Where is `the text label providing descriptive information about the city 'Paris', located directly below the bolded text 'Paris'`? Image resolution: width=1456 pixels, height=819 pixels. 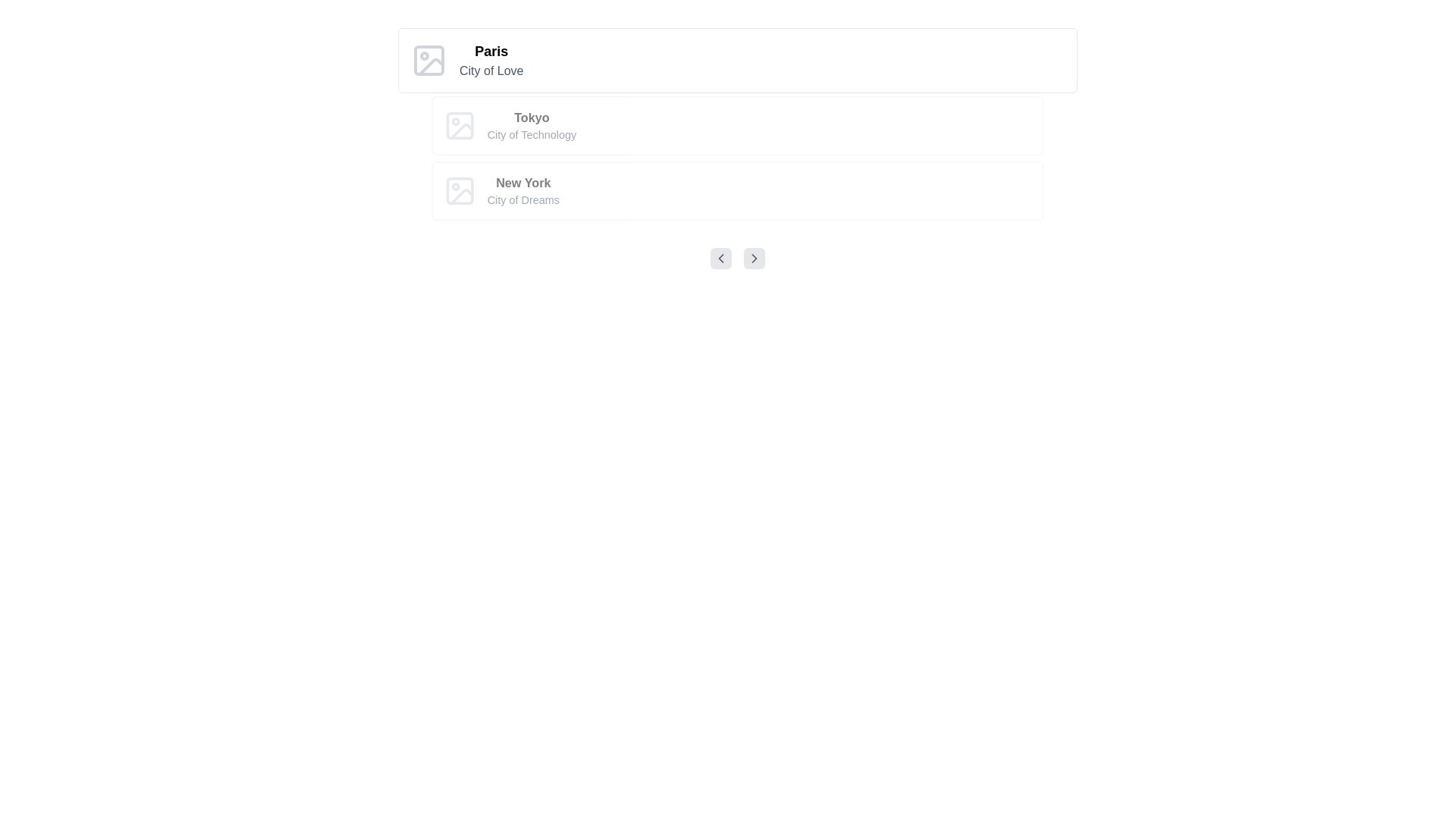
the text label providing descriptive information about the city 'Paris', located directly below the bolded text 'Paris' is located at coordinates (491, 71).